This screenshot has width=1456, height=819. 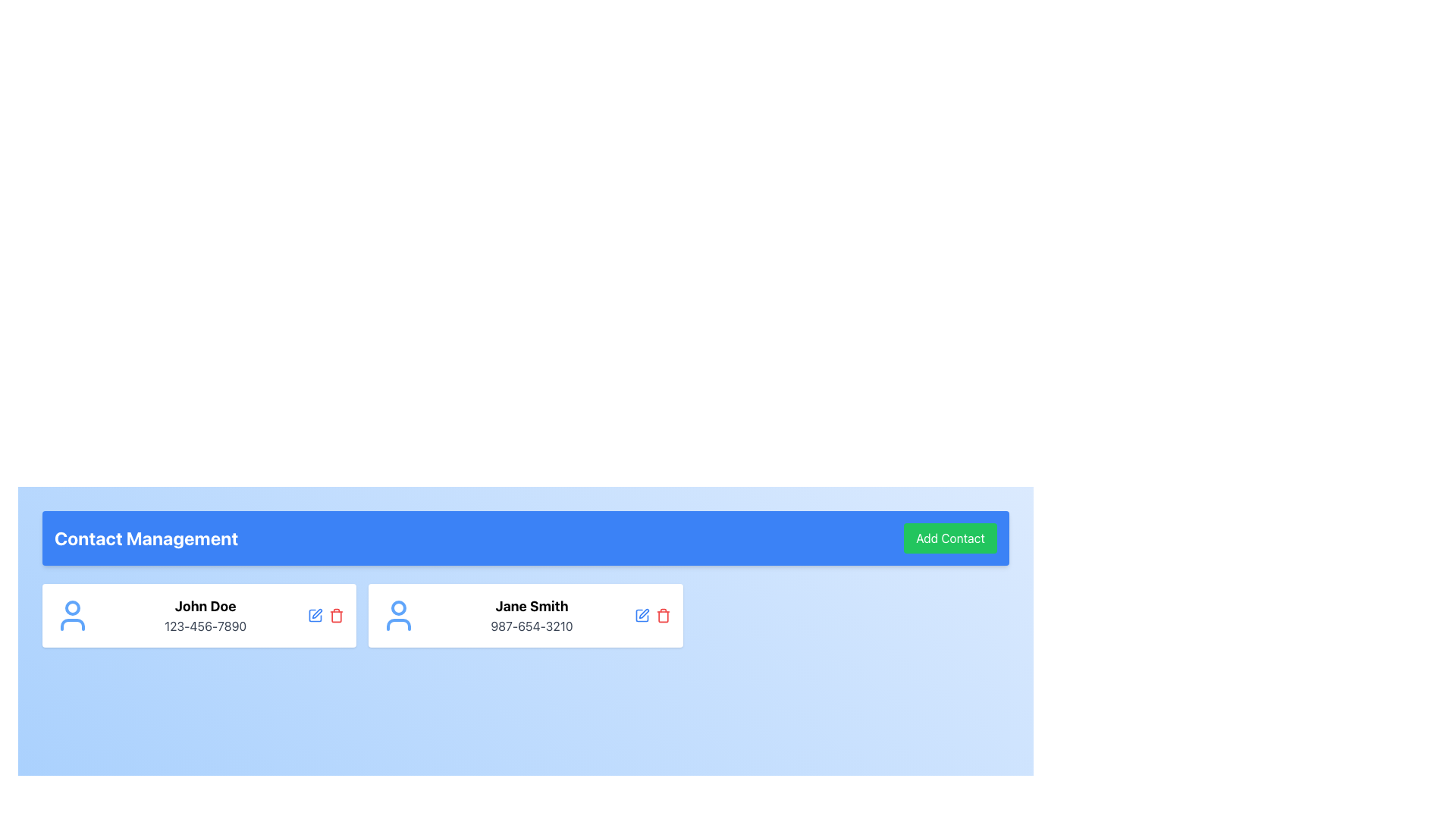 What do you see at coordinates (949, 537) in the screenshot?
I see `the green 'Add Contact' button with rounded corners located to the right of the 'Contact Management' label` at bounding box center [949, 537].